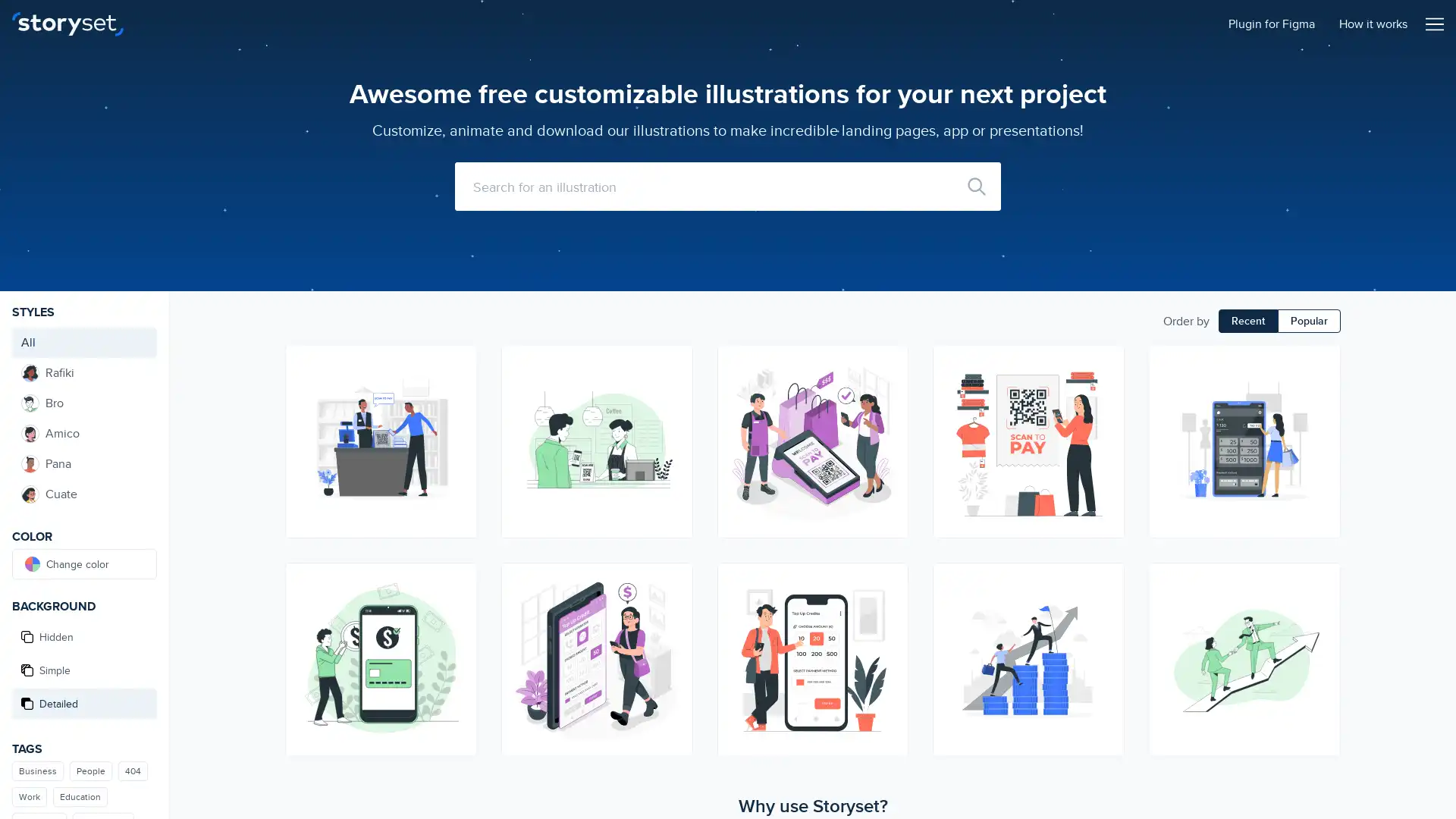 This screenshot has height=819, width=1456. I want to click on Pinterest icon Save, so click(1320, 635).